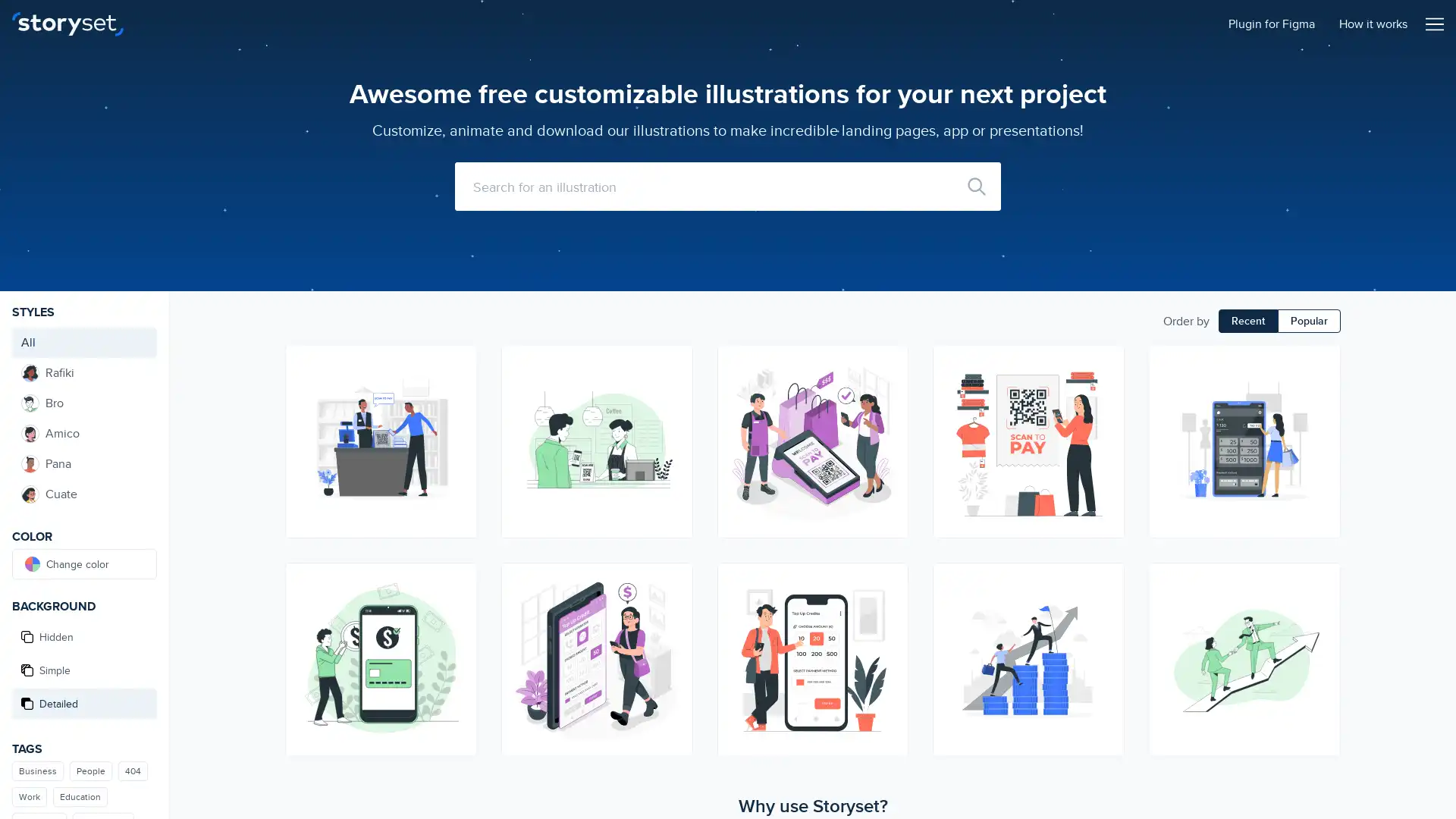 This screenshot has height=819, width=1456. I want to click on Pinterest icon Save, so click(1320, 635).